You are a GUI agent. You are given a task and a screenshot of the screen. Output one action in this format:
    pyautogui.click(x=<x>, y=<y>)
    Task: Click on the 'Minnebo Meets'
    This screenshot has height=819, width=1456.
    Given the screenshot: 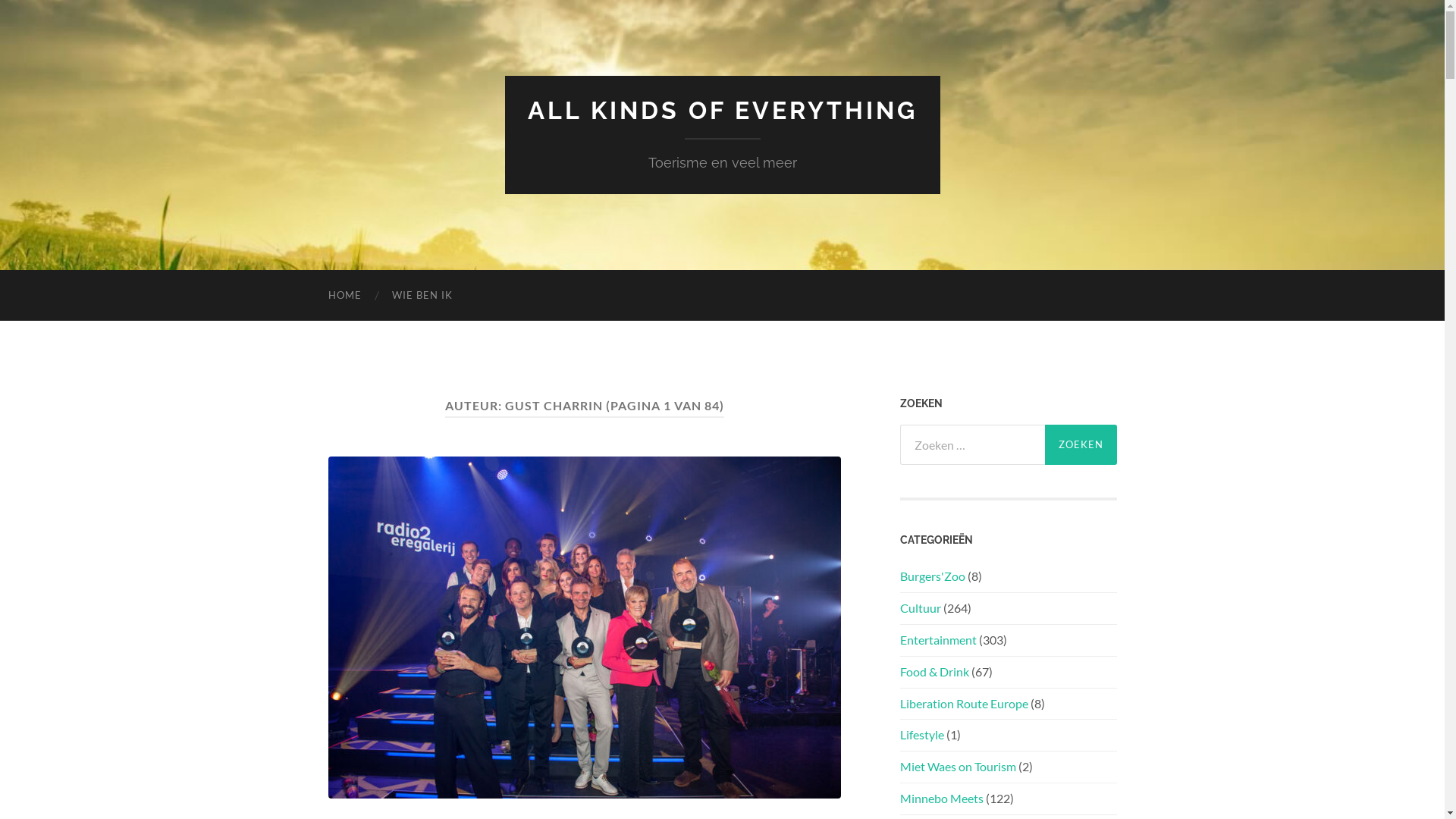 What is the action you would take?
    pyautogui.click(x=940, y=797)
    